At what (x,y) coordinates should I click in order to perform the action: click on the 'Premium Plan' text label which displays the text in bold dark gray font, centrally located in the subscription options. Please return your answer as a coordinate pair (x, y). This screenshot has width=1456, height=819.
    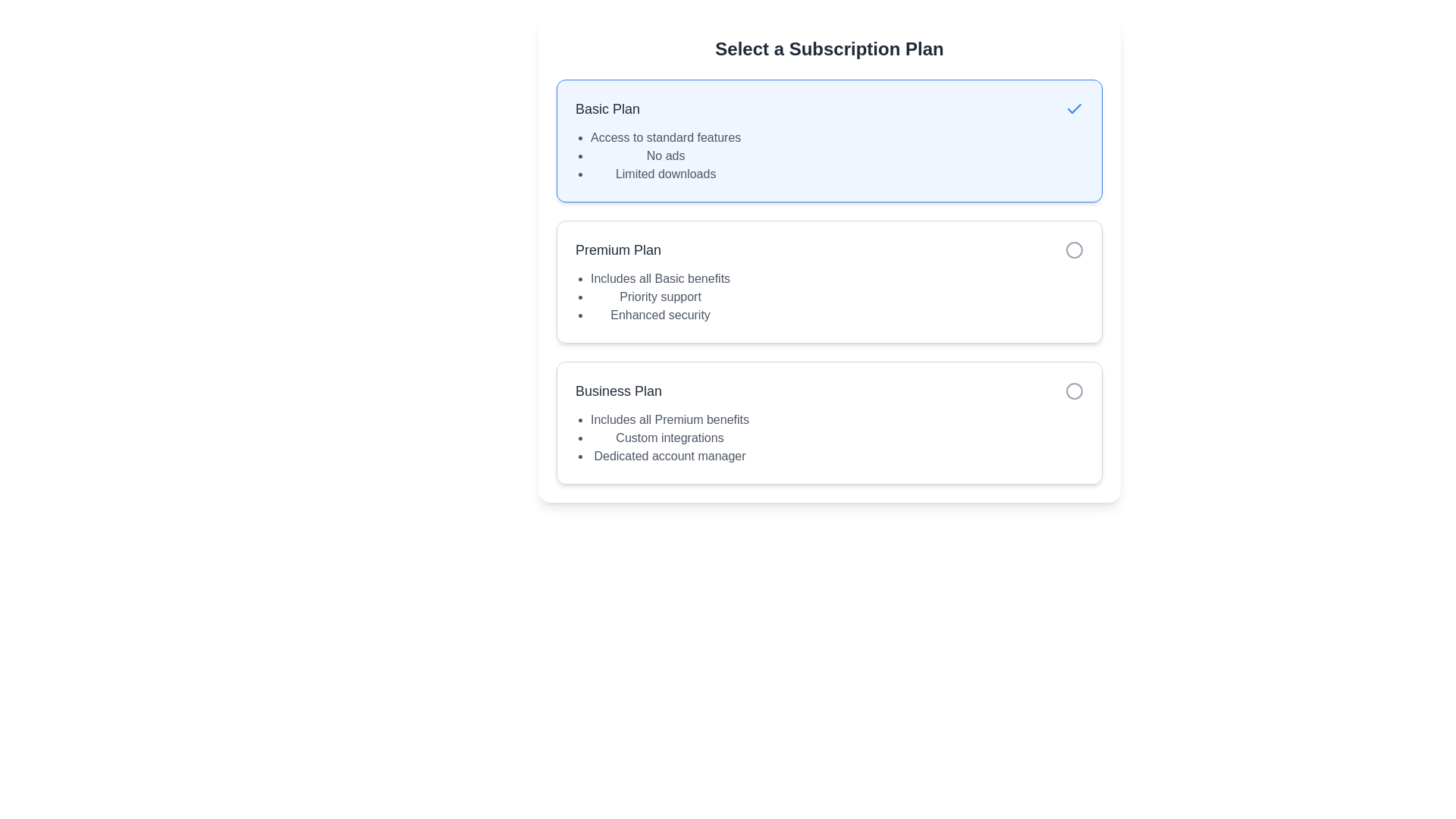
    Looking at the image, I should click on (618, 249).